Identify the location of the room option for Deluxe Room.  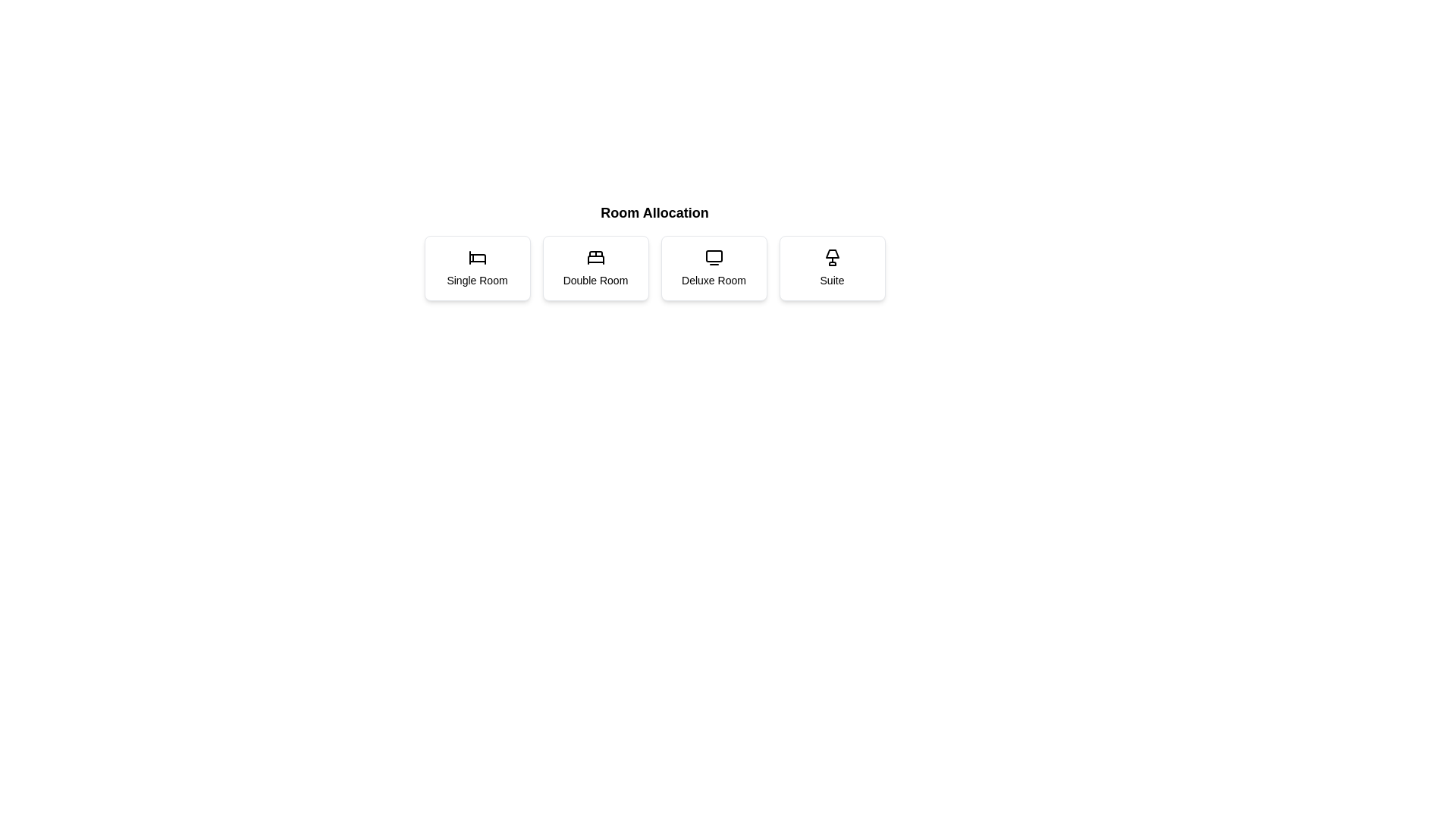
(713, 268).